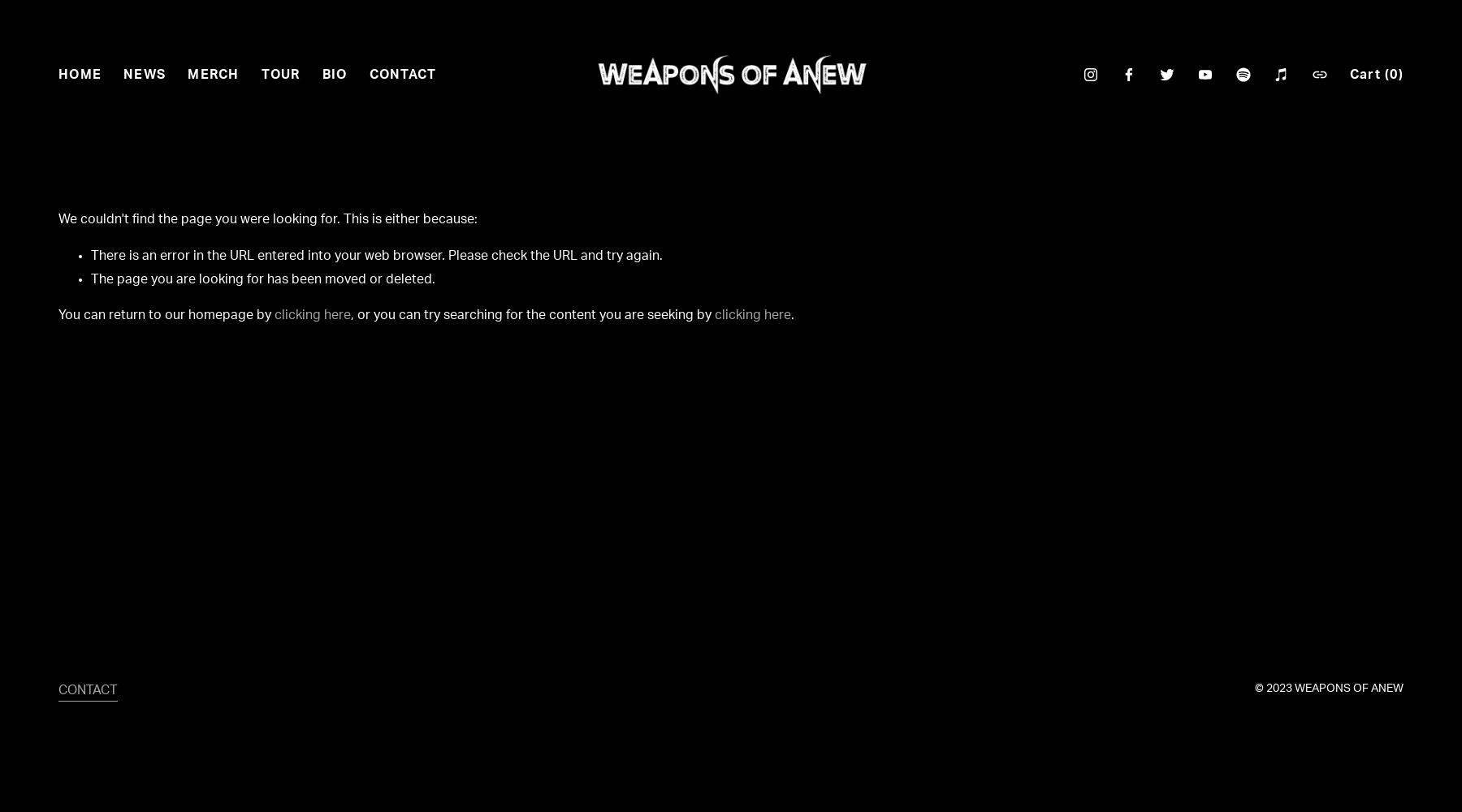  I want to click on ')', so click(1400, 73).